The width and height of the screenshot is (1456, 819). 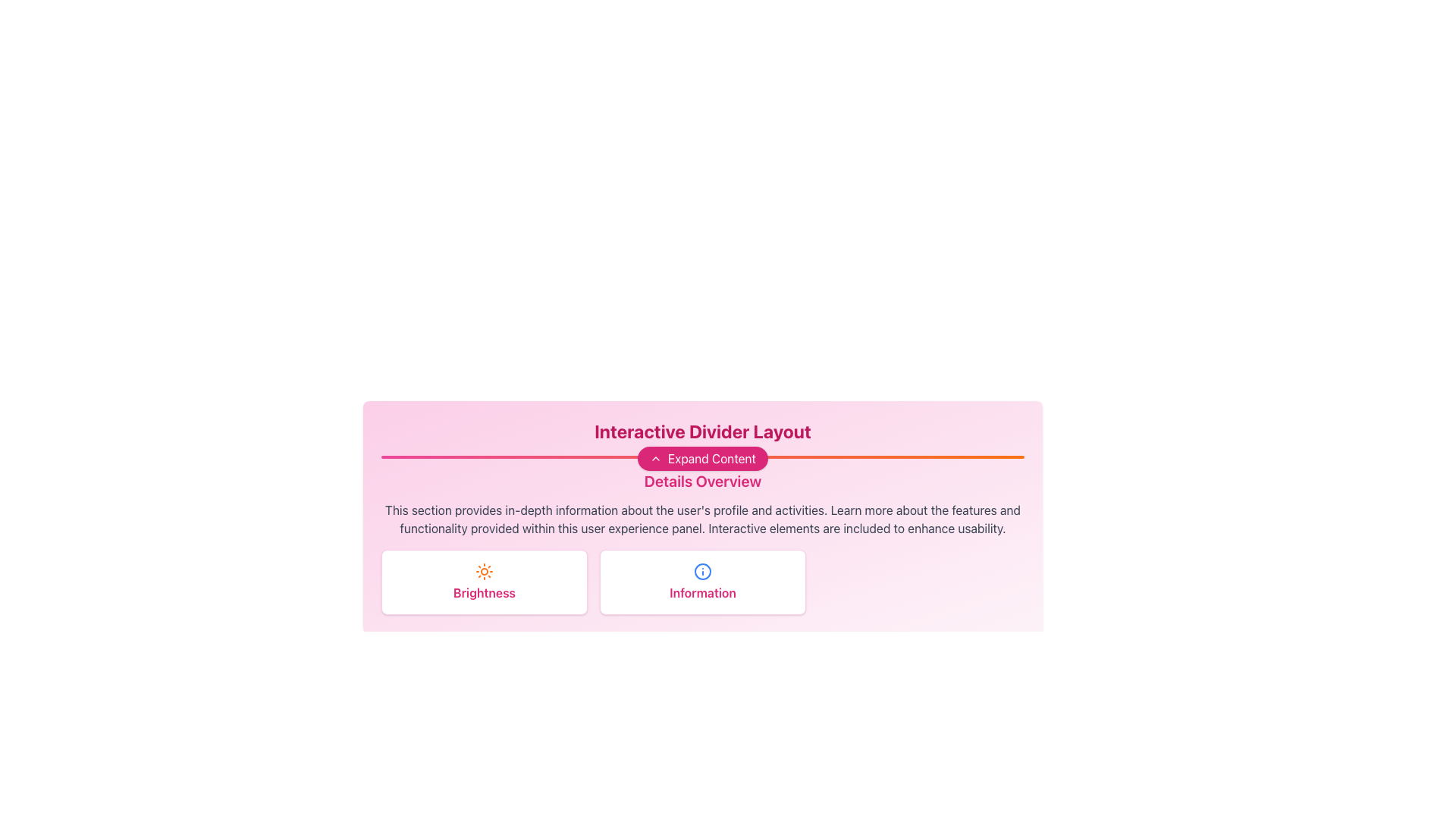 I want to click on the button with rounded edges and vibrant pink background labeled 'Expand Content', so click(x=701, y=458).